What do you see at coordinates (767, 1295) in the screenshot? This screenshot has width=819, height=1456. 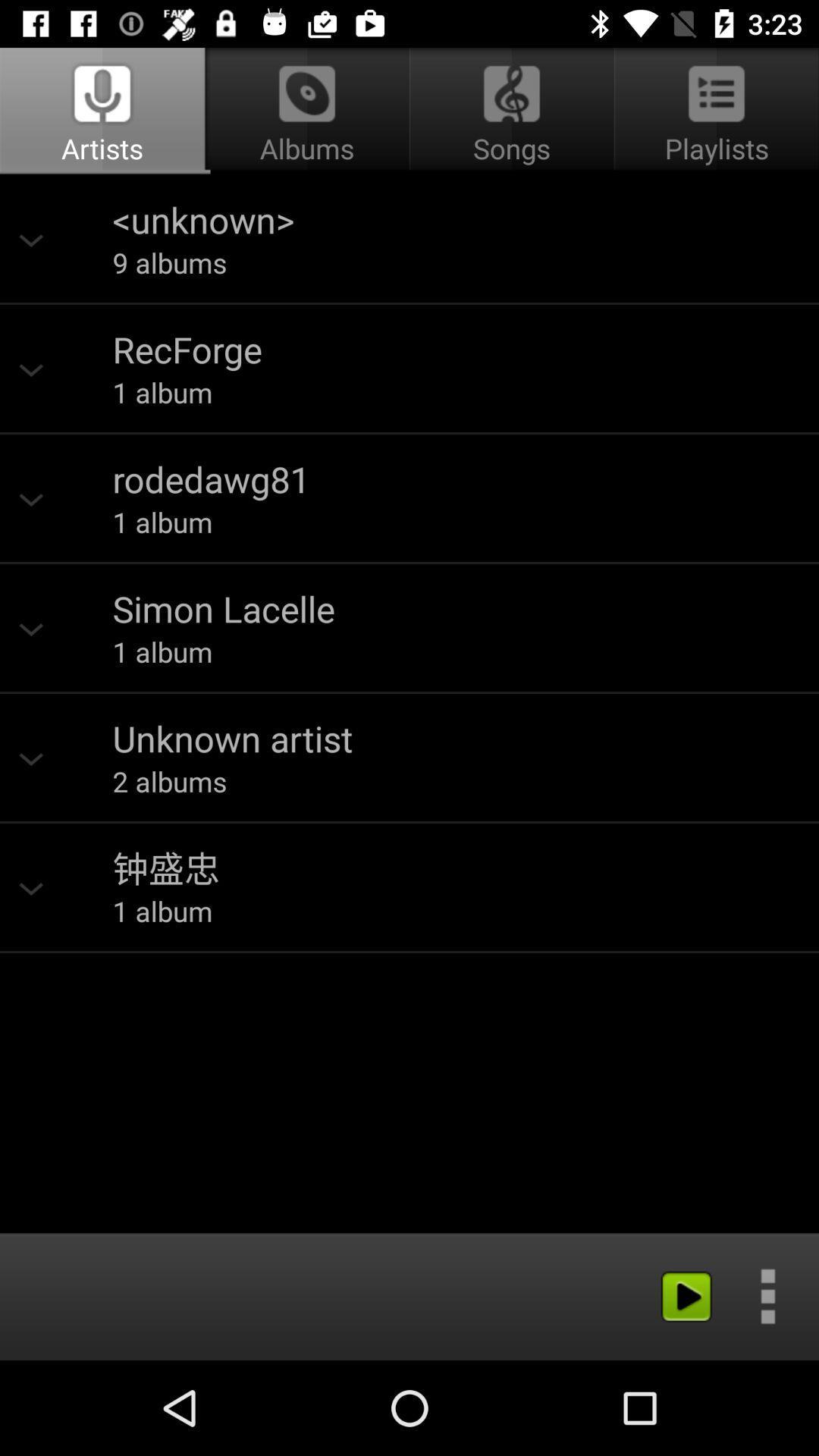 I see `the more icon` at bounding box center [767, 1295].